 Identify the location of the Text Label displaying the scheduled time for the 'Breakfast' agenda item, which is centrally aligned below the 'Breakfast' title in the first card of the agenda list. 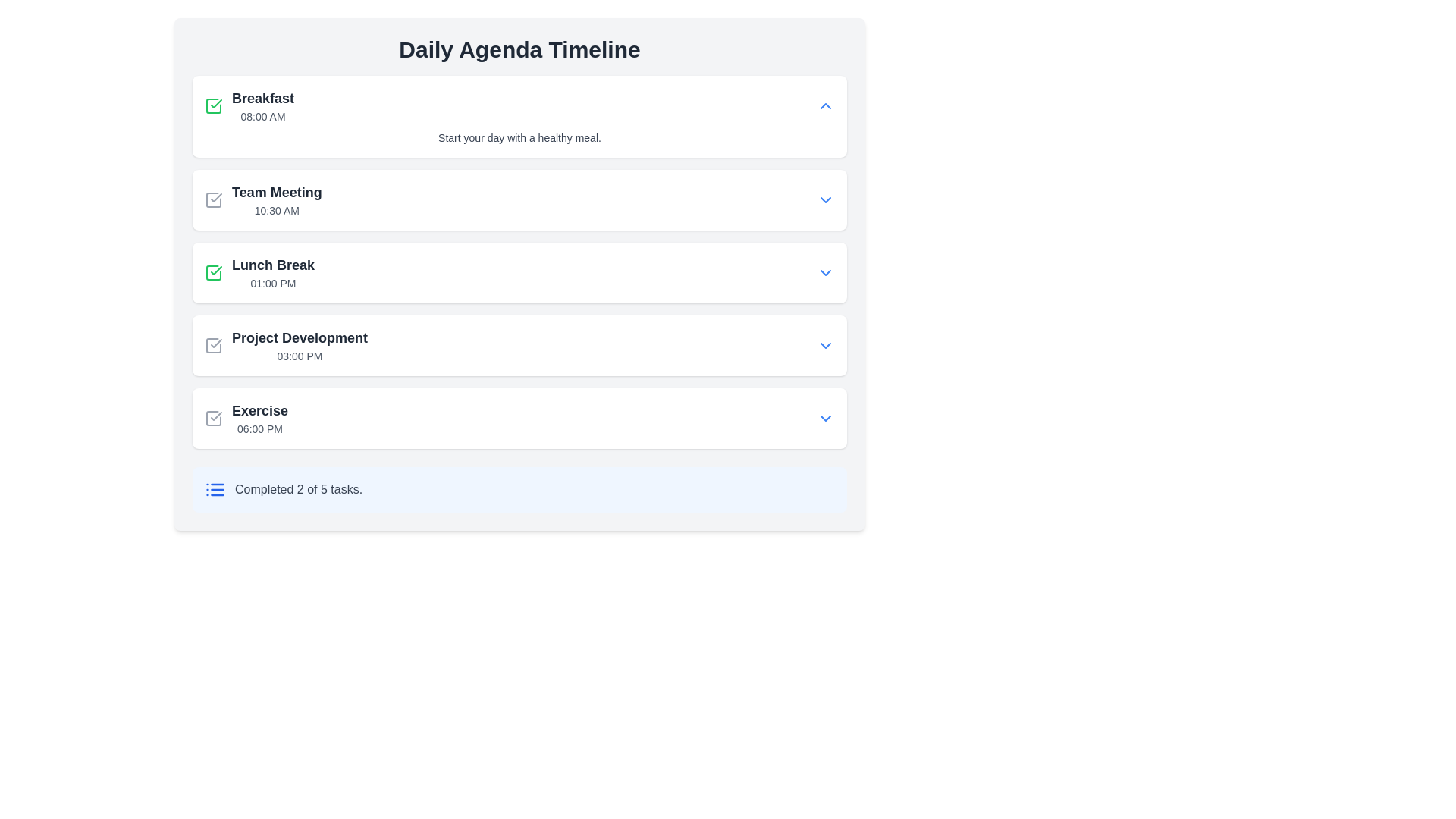
(262, 116).